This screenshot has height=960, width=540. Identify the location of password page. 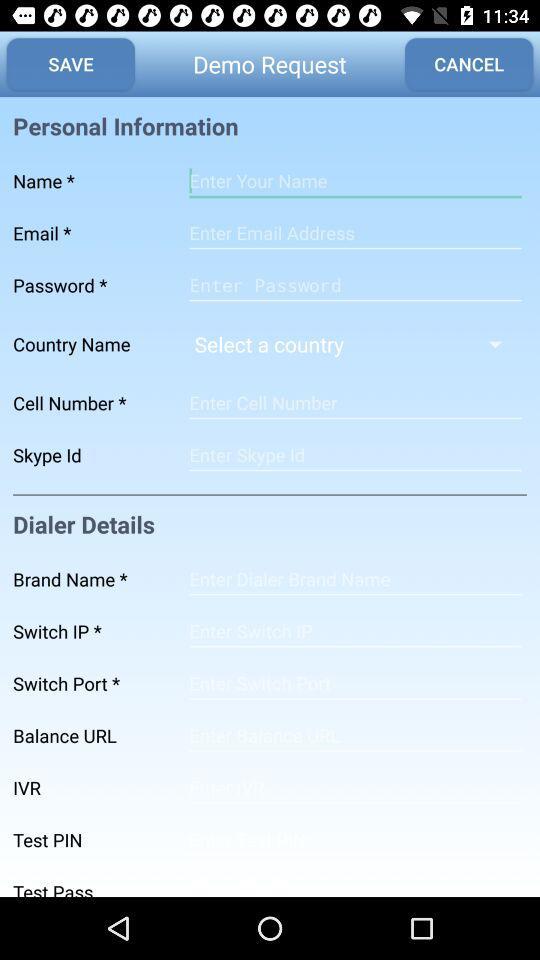
(354, 284).